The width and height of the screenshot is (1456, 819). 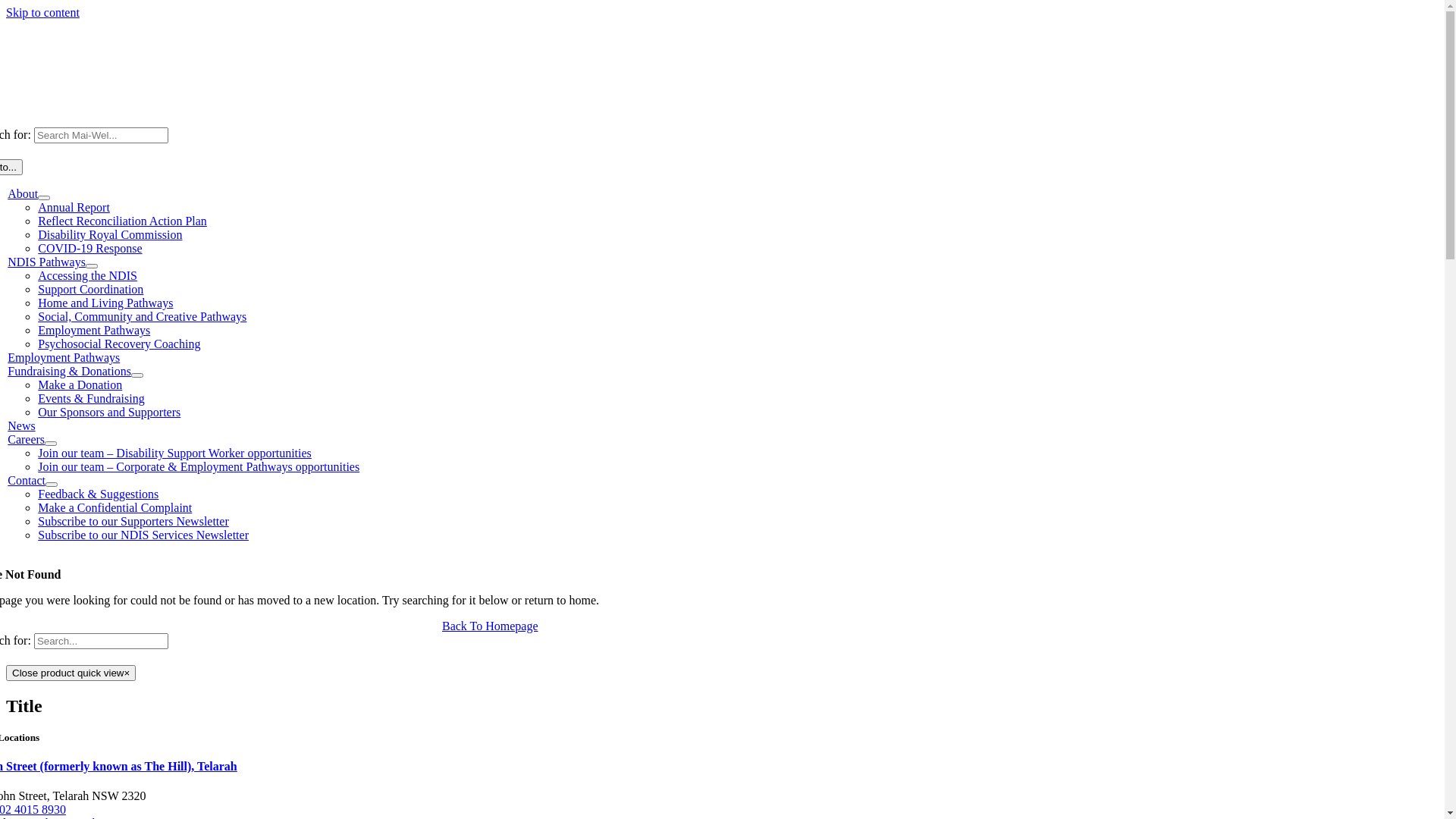 What do you see at coordinates (22, 193) in the screenshot?
I see `'About'` at bounding box center [22, 193].